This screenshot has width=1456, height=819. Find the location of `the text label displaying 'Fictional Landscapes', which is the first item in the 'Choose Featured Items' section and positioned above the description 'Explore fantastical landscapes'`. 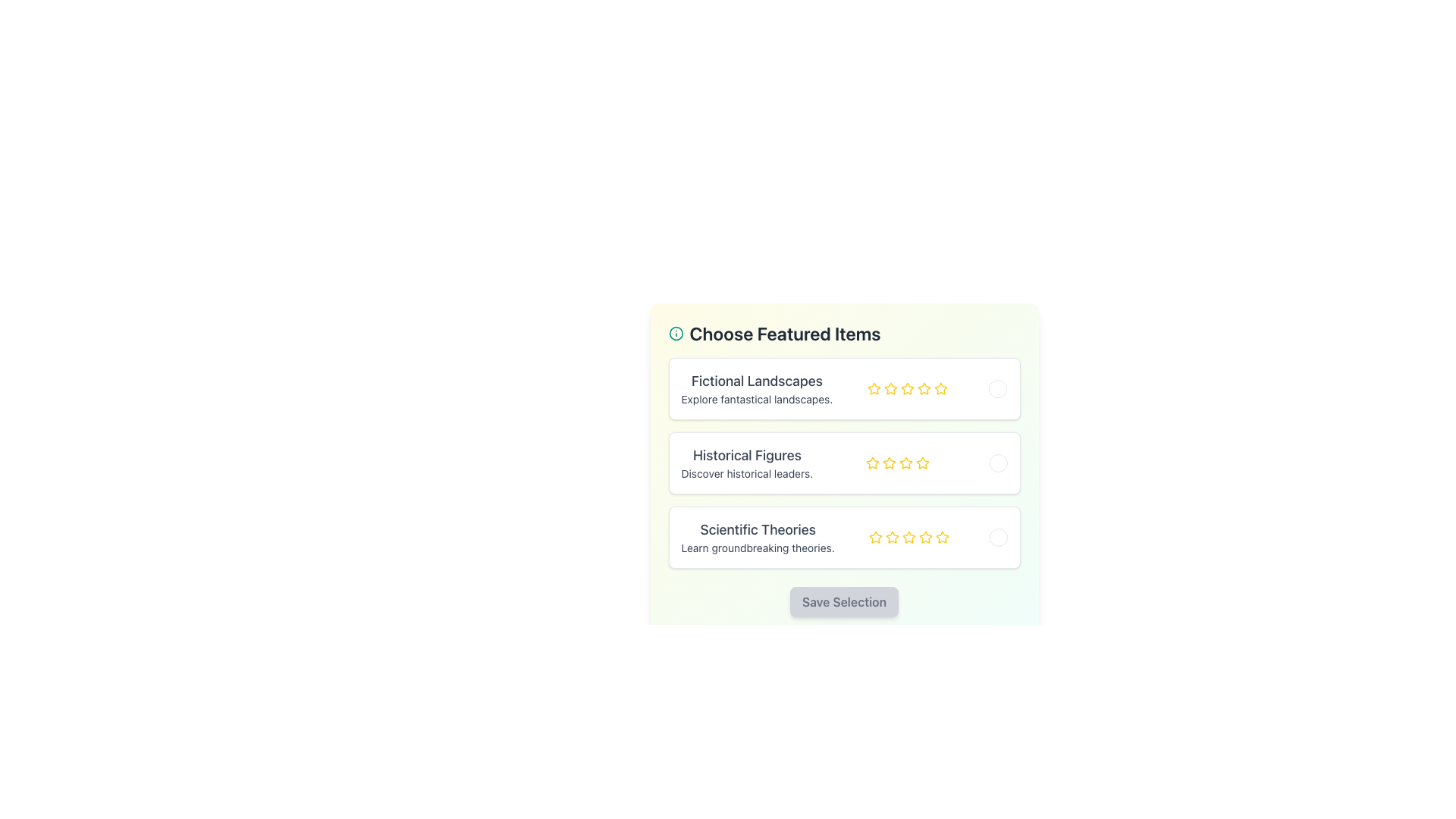

the text label displaying 'Fictional Landscapes', which is the first item in the 'Choose Featured Items' section and positioned above the description 'Explore fantastical landscapes' is located at coordinates (757, 380).